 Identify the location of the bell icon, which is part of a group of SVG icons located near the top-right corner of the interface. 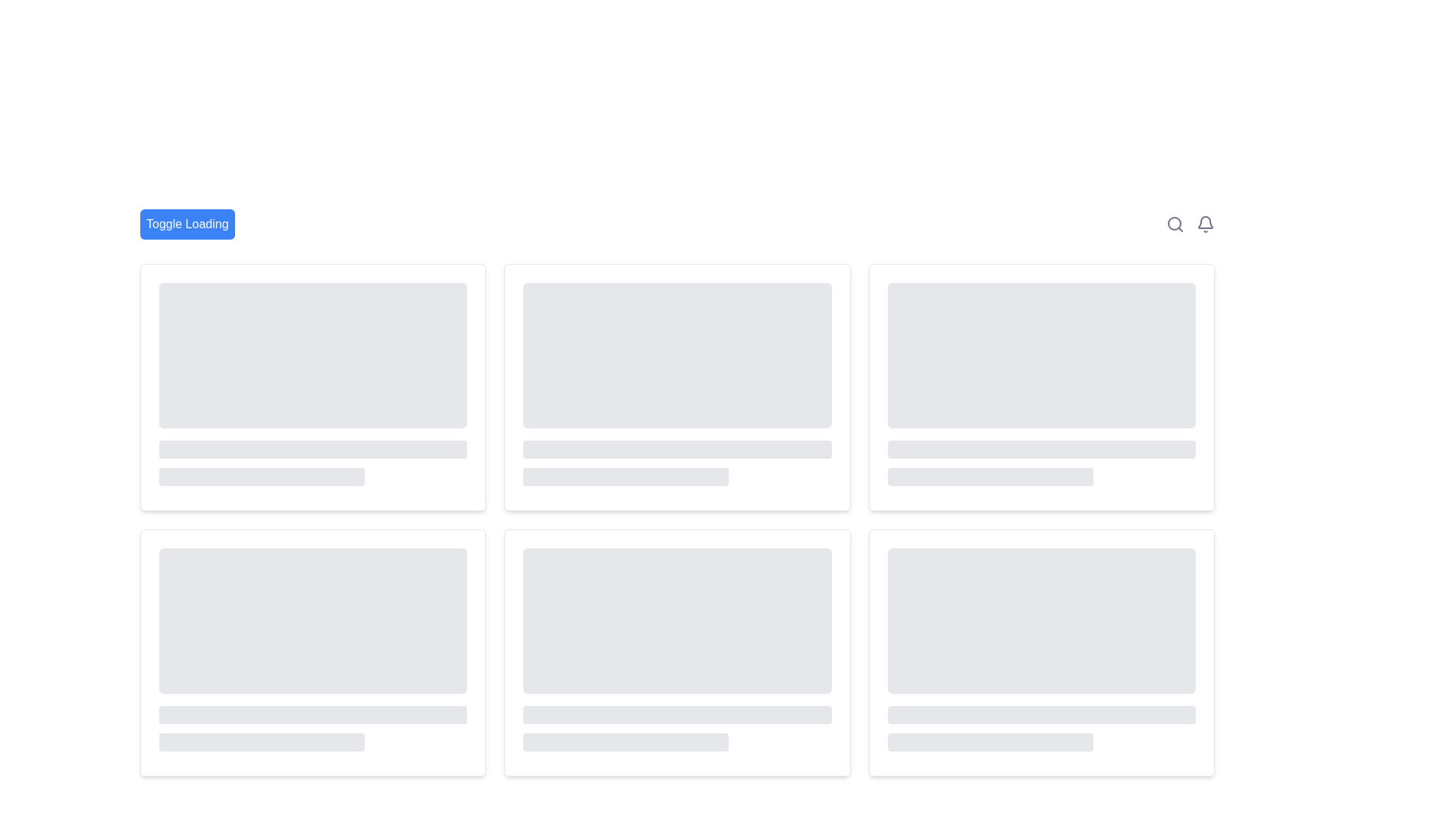
(1204, 222).